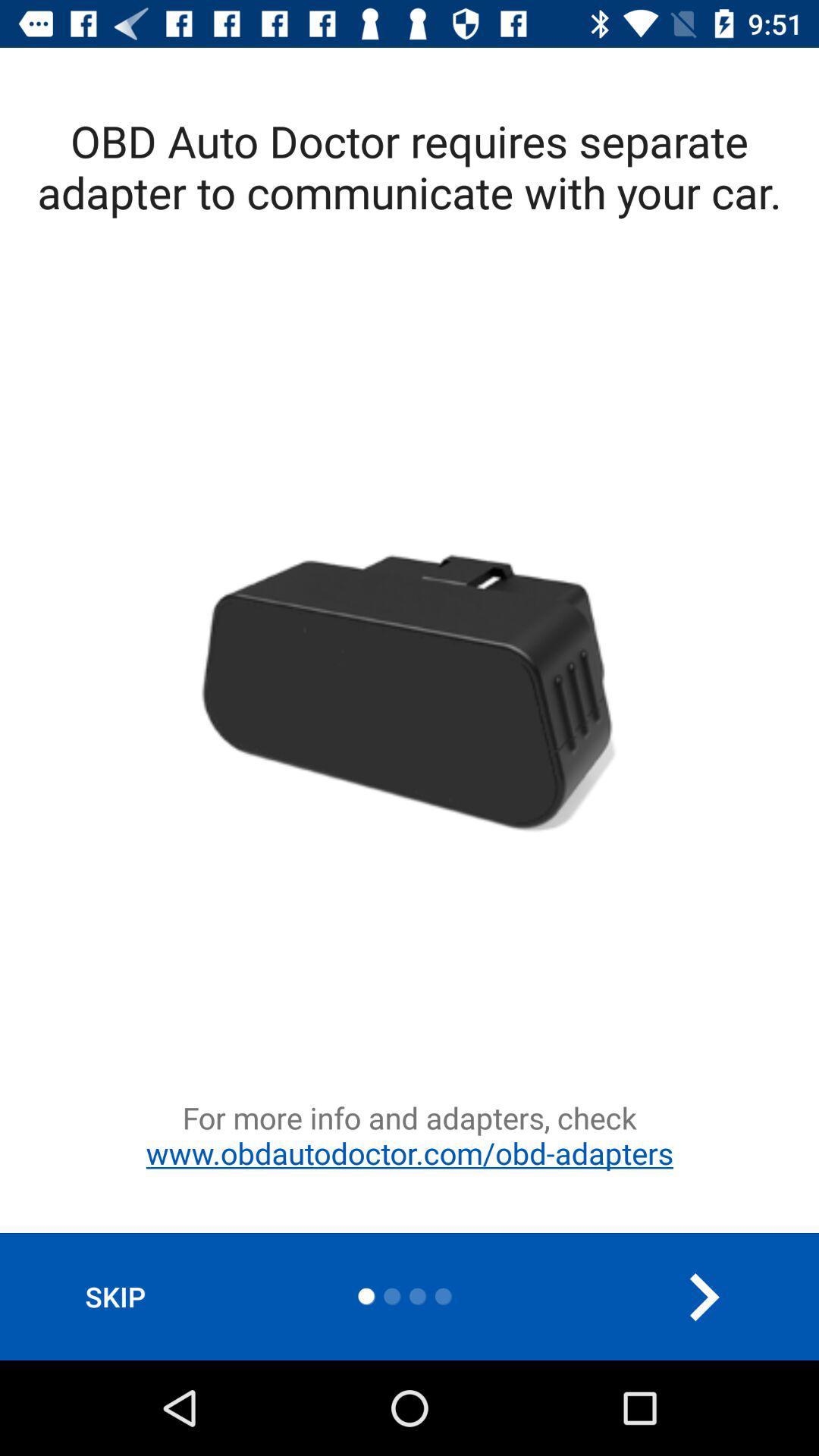 This screenshot has width=819, height=1456. Describe the element at coordinates (703, 1296) in the screenshot. I see `item below the for more info item` at that location.